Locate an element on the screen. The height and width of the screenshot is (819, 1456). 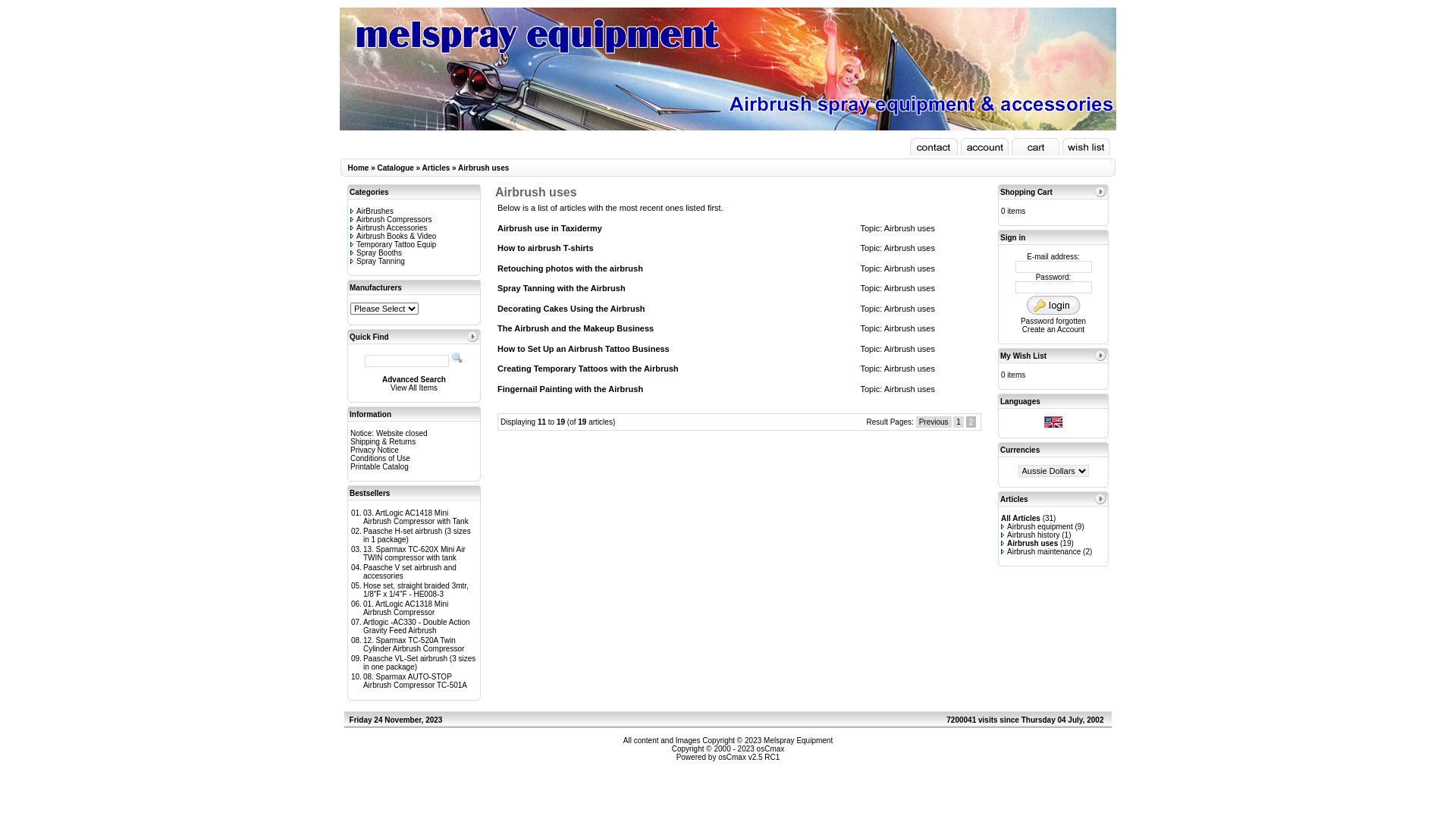
'osCmax' is located at coordinates (769, 748).